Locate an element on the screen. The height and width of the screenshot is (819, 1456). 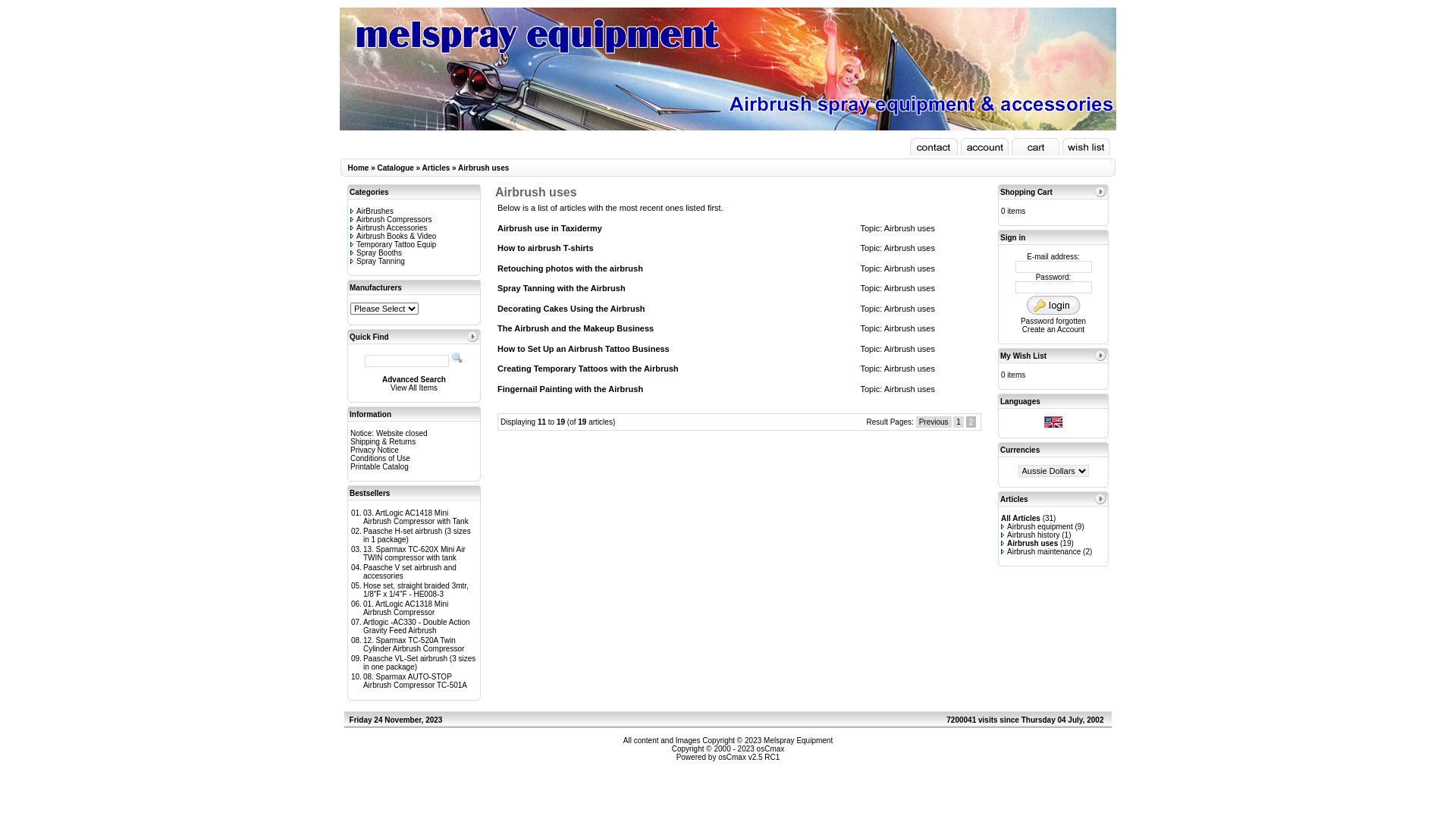
'osCmax' is located at coordinates (769, 748).